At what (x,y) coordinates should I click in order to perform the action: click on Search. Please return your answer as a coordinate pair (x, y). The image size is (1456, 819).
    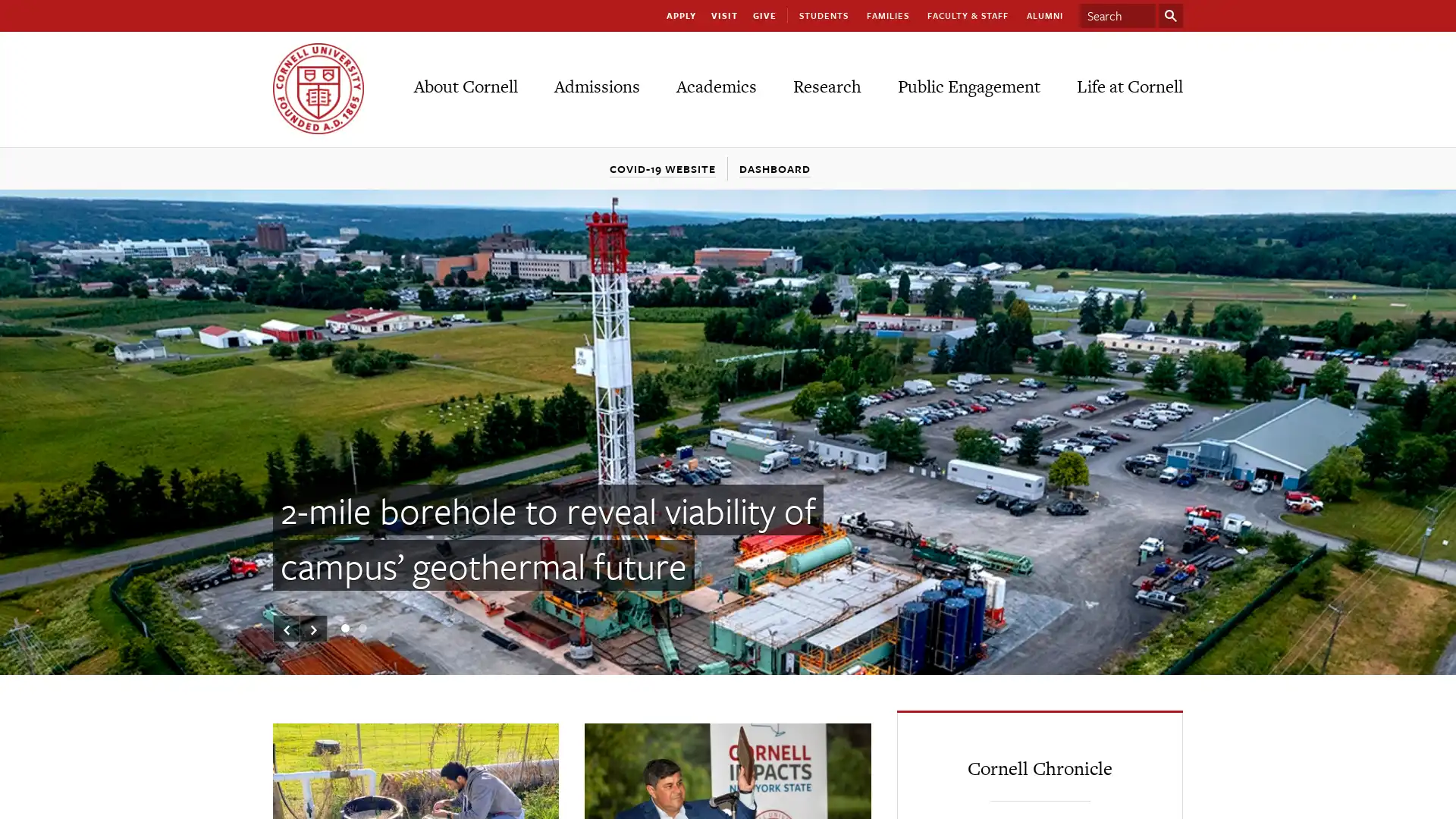
    Looking at the image, I should click on (1170, 15).